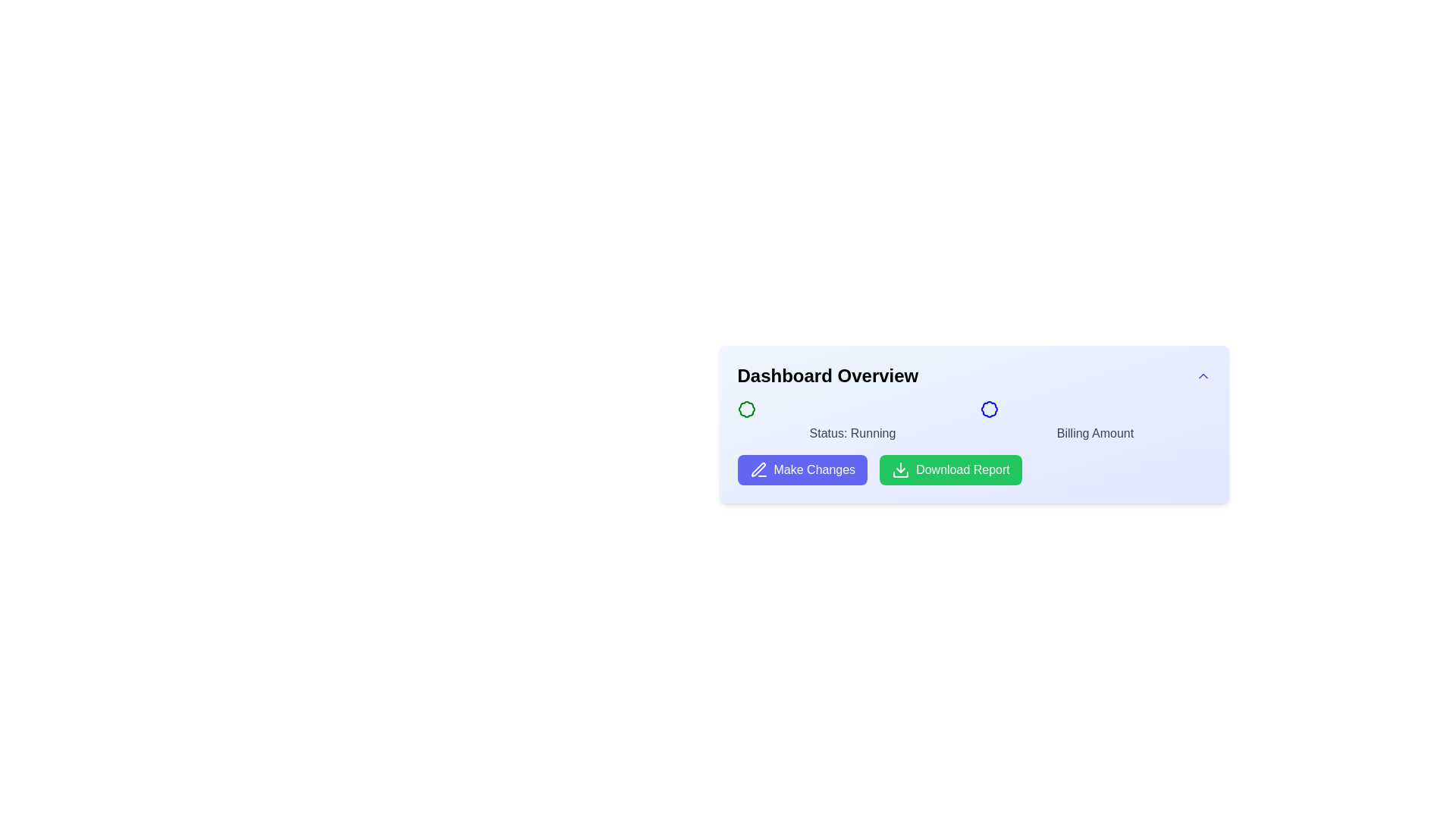 The height and width of the screenshot is (819, 1456). I want to click on the button with a chevron-up icon located at the upper-right corner of the Dashboard Overview section, so click(1202, 375).